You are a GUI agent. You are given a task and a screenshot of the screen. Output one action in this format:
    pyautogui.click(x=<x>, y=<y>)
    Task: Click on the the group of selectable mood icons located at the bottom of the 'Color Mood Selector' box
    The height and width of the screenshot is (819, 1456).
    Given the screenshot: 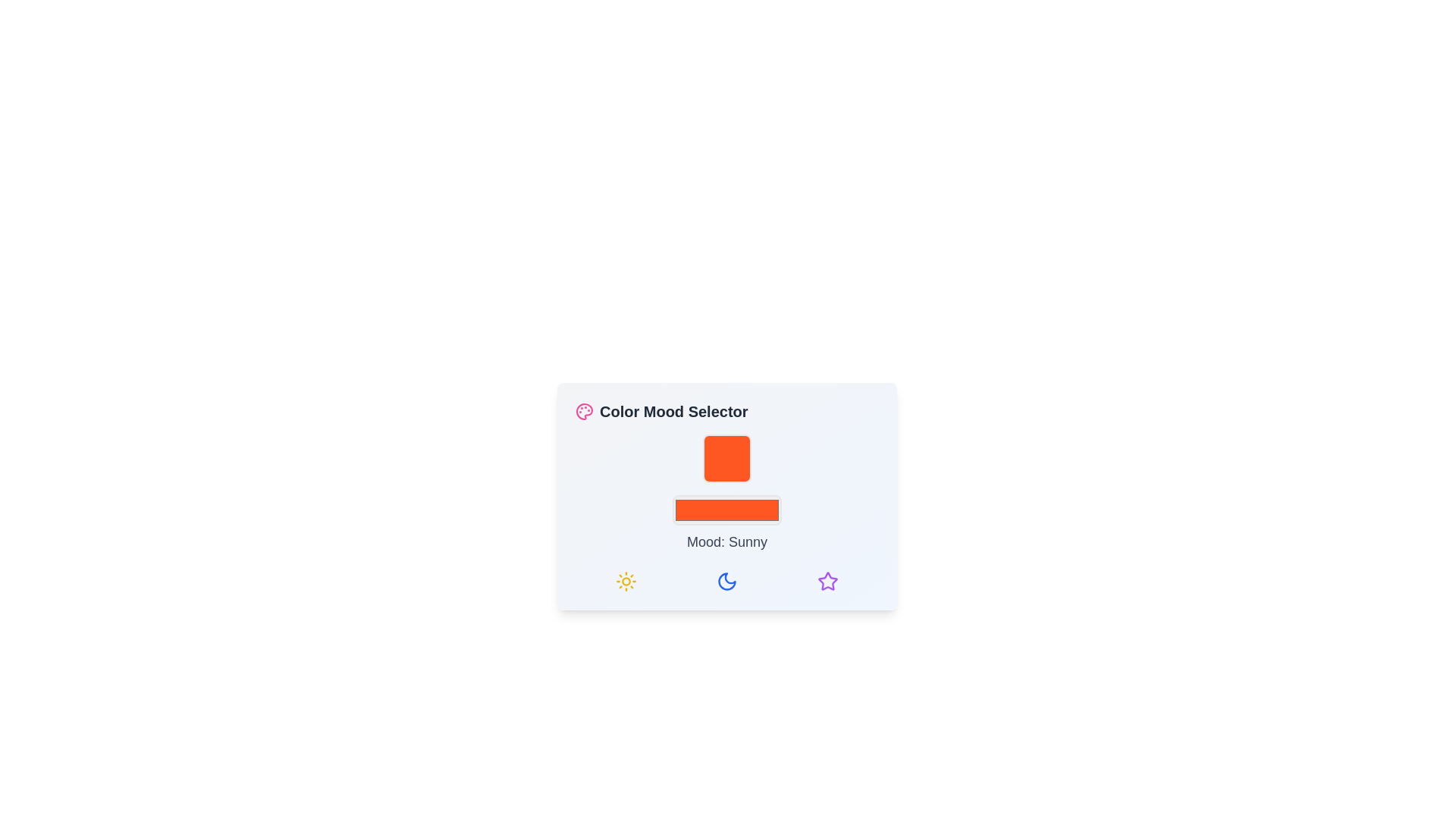 What is the action you would take?
    pyautogui.click(x=726, y=581)
    